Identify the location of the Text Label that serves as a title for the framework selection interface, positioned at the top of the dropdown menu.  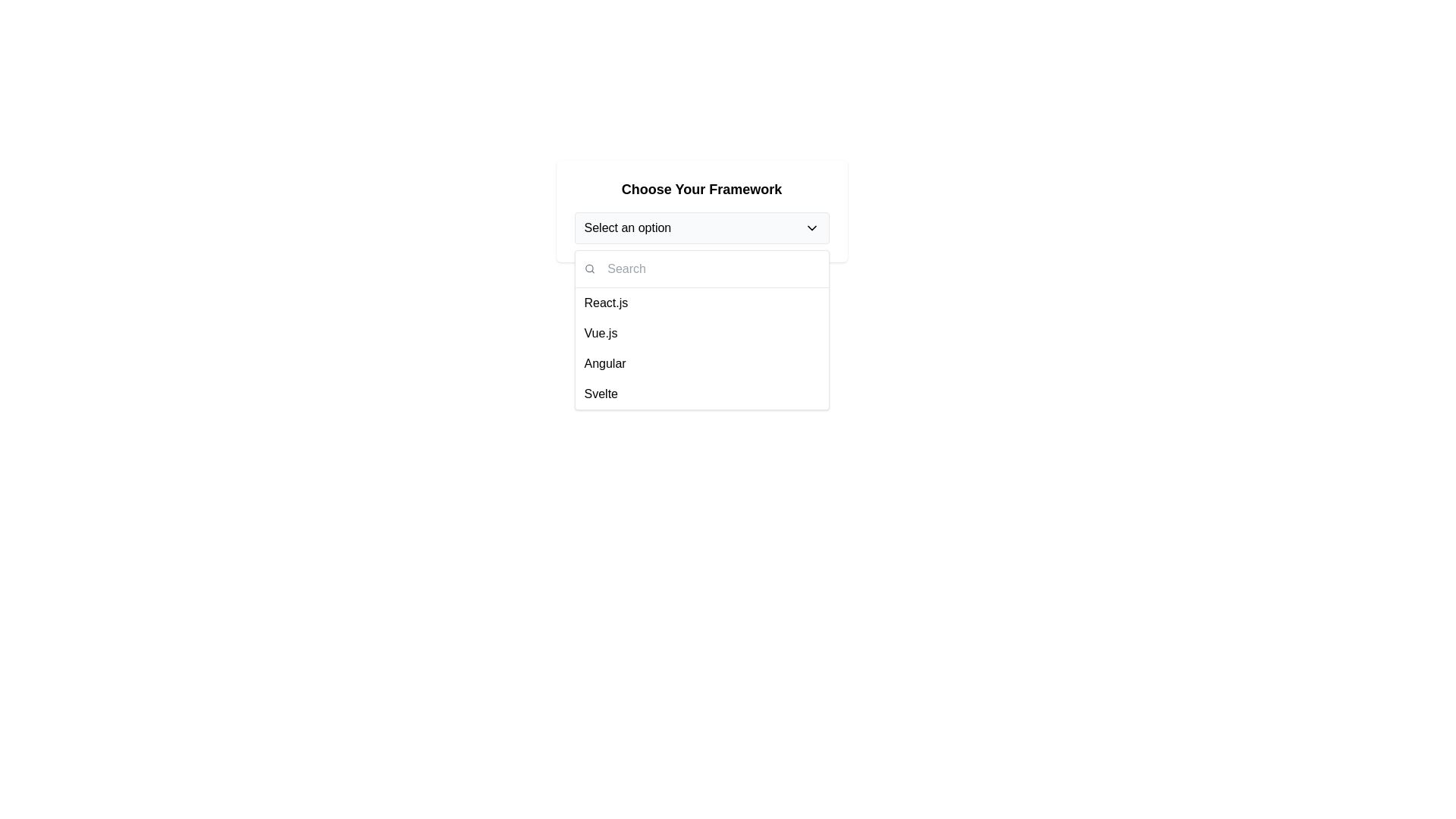
(701, 189).